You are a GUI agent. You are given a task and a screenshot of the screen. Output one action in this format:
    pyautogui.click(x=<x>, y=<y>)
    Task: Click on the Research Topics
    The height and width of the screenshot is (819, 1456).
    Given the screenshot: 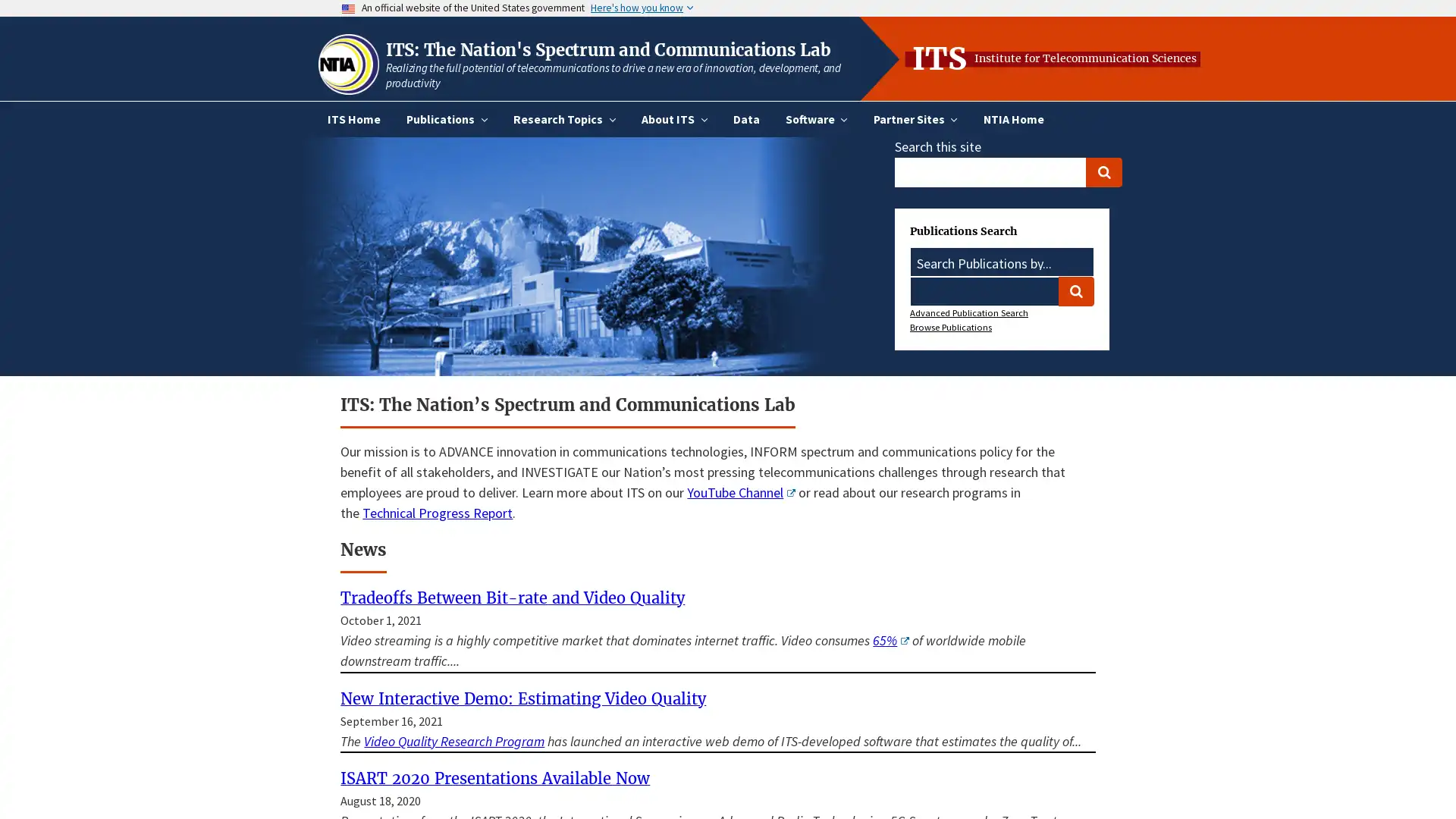 What is the action you would take?
    pyautogui.click(x=563, y=118)
    